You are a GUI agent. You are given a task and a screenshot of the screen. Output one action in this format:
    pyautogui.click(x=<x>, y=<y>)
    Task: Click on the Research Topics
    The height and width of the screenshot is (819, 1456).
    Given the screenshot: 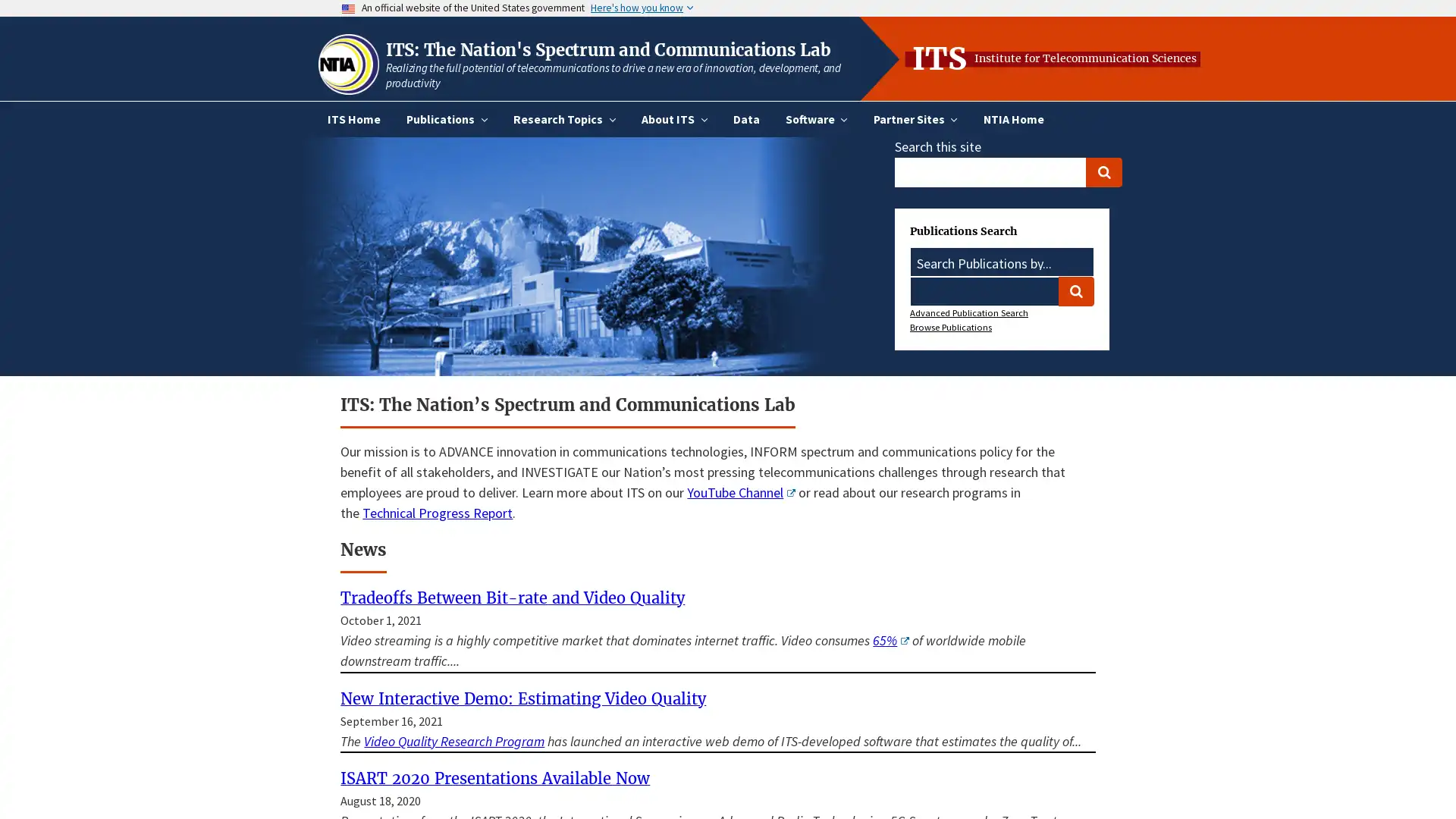 What is the action you would take?
    pyautogui.click(x=563, y=118)
    